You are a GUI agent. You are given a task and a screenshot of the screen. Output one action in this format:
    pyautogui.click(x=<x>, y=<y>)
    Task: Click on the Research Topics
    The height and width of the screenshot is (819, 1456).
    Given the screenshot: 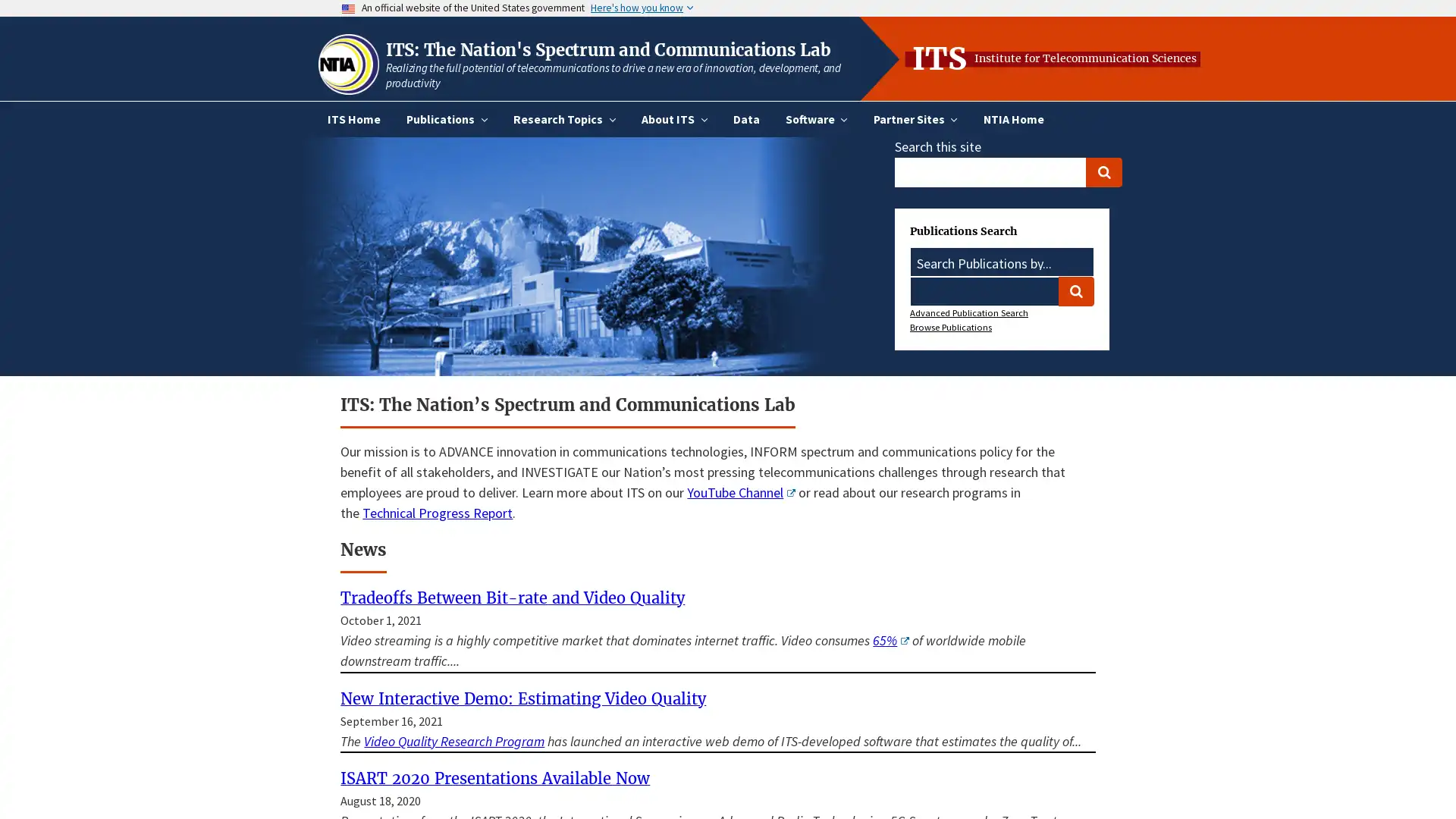 What is the action you would take?
    pyautogui.click(x=563, y=118)
    